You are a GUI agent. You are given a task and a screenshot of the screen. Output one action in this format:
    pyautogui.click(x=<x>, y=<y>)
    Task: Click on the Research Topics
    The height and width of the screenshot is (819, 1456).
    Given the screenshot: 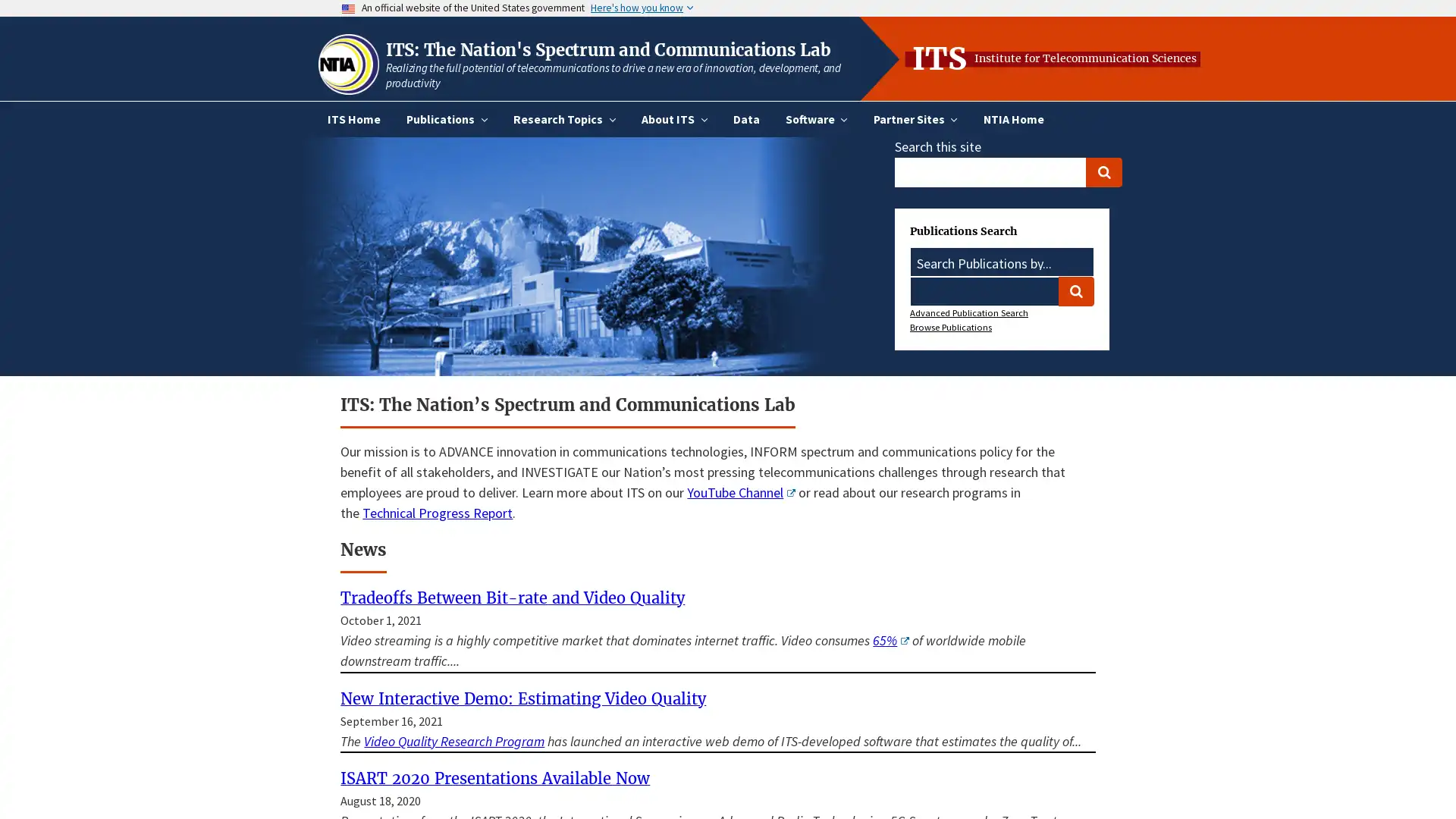 What is the action you would take?
    pyautogui.click(x=563, y=118)
    